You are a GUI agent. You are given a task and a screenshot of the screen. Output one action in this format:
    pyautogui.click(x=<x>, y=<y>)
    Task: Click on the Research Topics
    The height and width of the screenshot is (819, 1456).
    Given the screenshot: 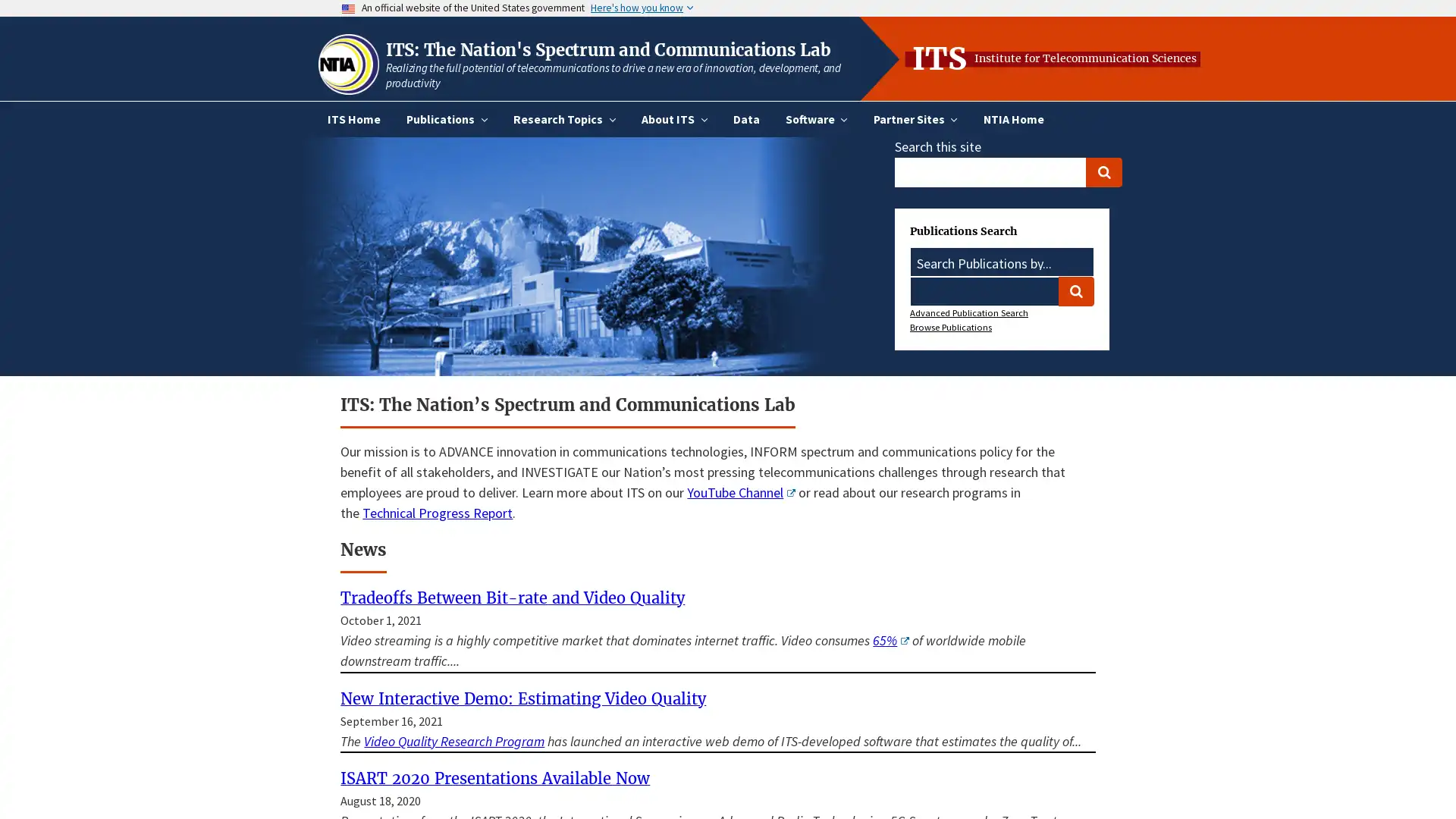 What is the action you would take?
    pyautogui.click(x=563, y=118)
    